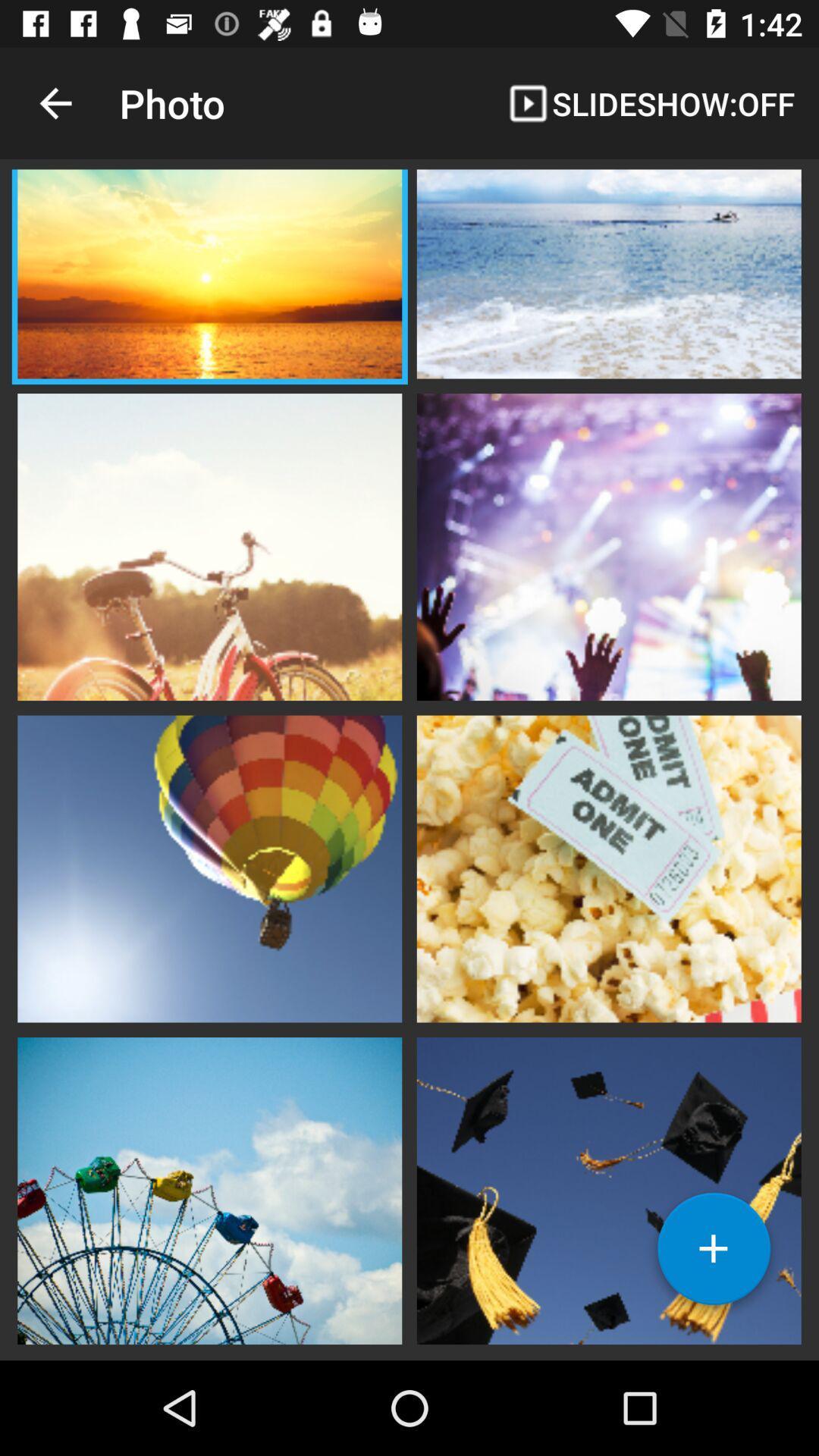  Describe the element at coordinates (608, 867) in the screenshot. I see `open picture to see in full screen` at that location.